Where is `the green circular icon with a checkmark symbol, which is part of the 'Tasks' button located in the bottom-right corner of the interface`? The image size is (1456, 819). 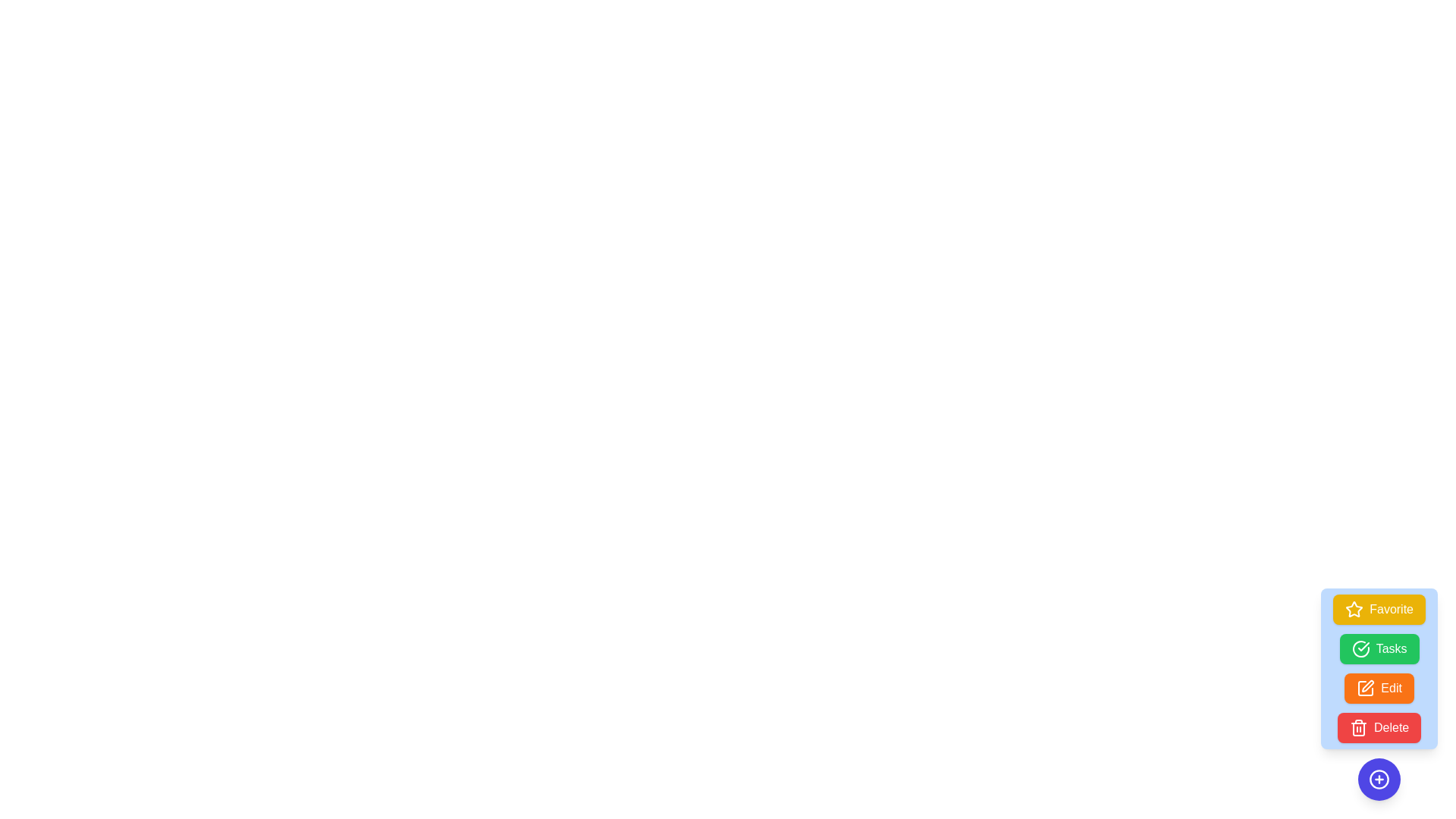 the green circular icon with a checkmark symbol, which is part of the 'Tasks' button located in the bottom-right corner of the interface is located at coordinates (1360, 648).